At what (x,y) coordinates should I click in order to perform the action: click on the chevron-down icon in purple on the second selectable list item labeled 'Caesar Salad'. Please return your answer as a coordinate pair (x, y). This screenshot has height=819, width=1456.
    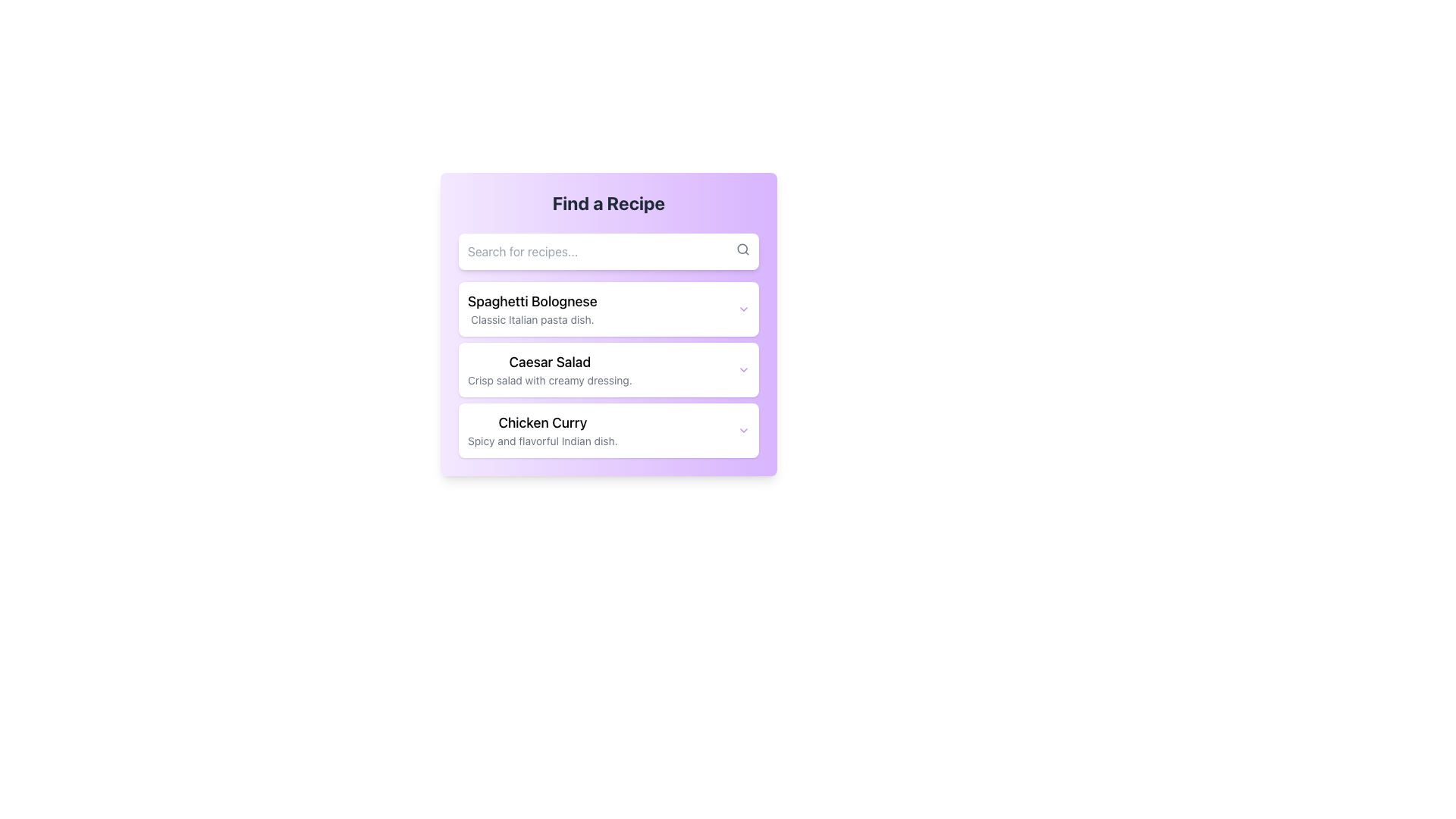
    Looking at the image, I should click on (608, 370).